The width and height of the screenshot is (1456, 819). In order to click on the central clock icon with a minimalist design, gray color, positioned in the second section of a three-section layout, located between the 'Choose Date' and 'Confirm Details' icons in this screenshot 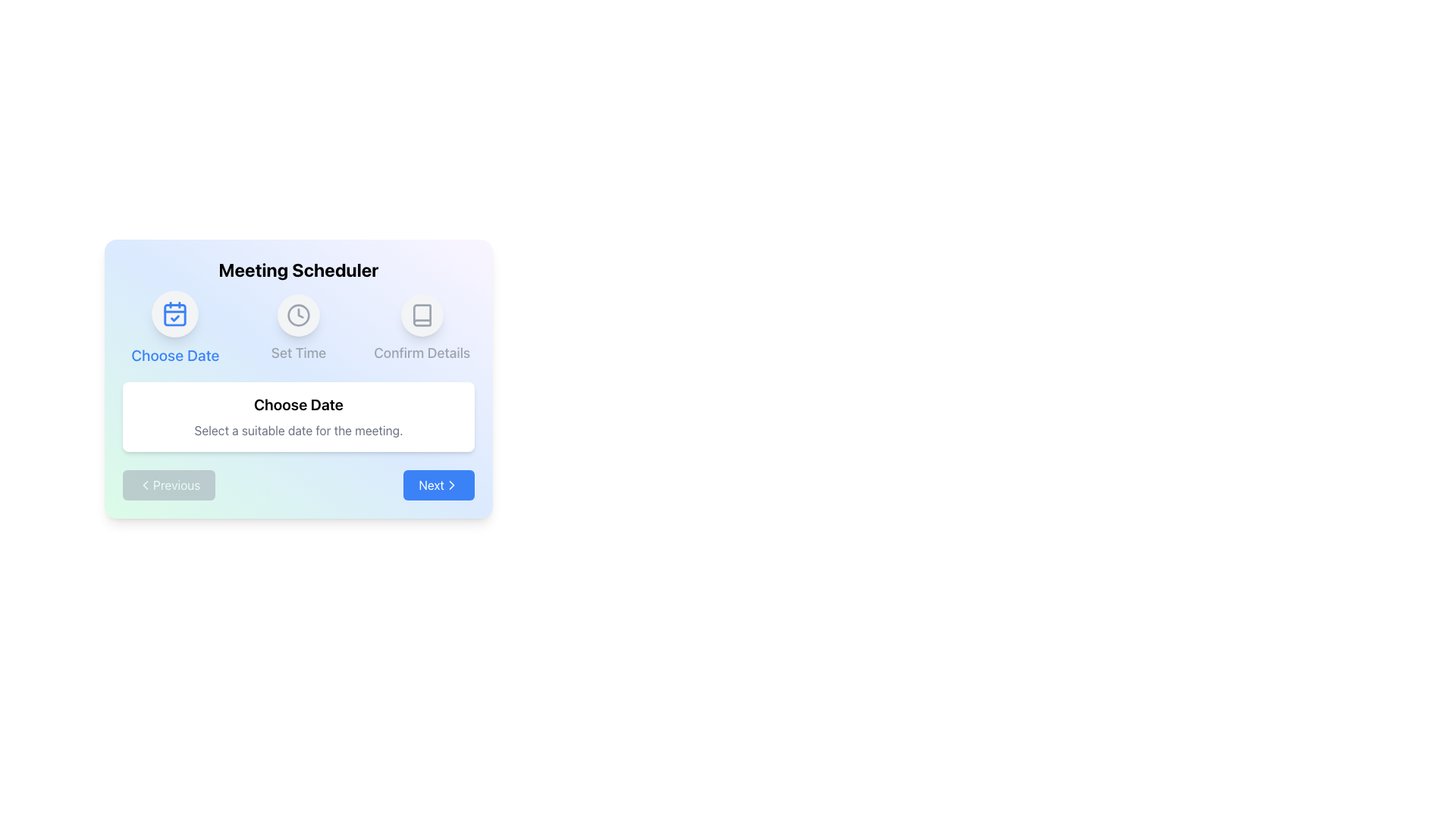, I will do `click(298, 315)`.